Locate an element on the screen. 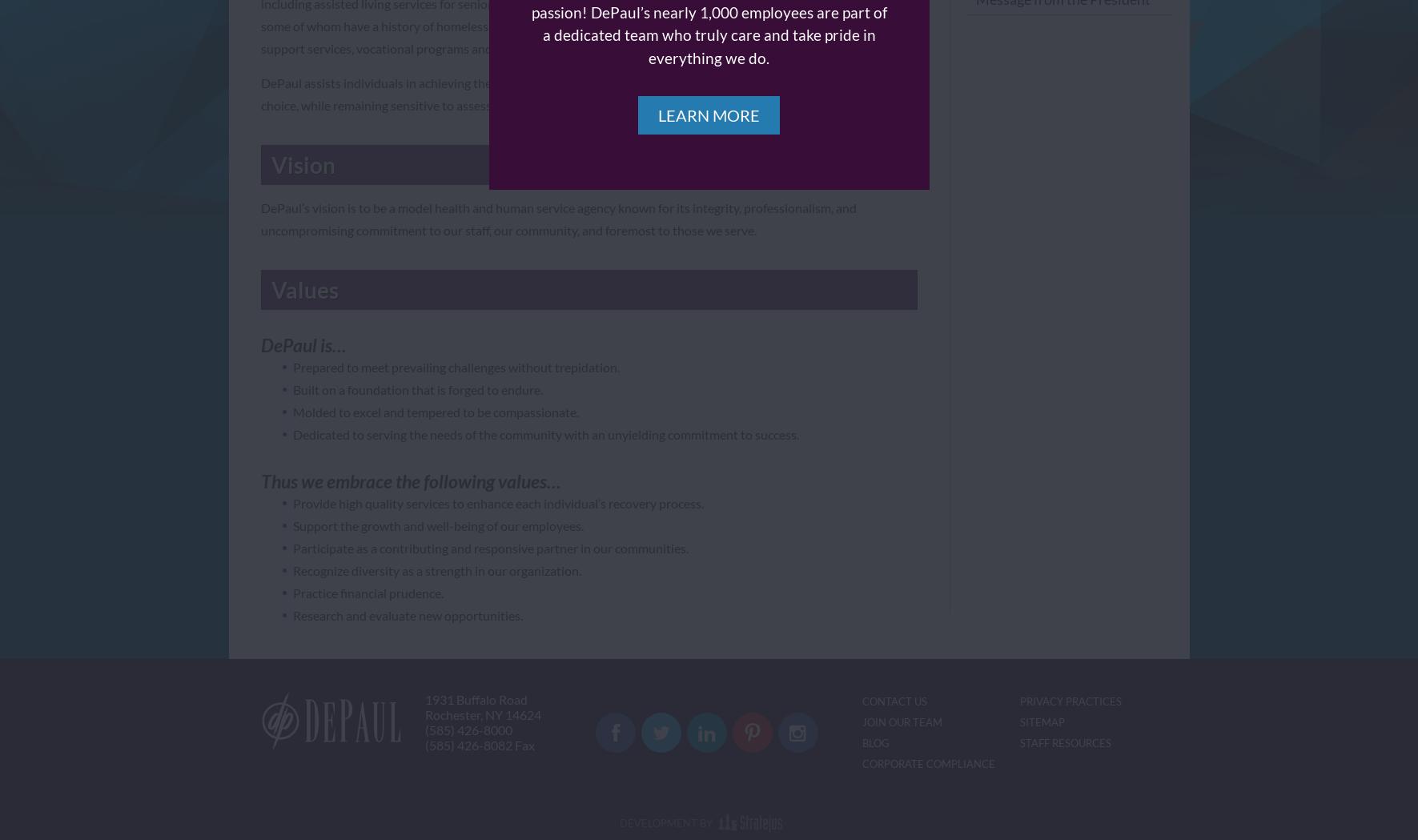  'Research and evaluate new opportunities.' is located at coordinates (406, 615).